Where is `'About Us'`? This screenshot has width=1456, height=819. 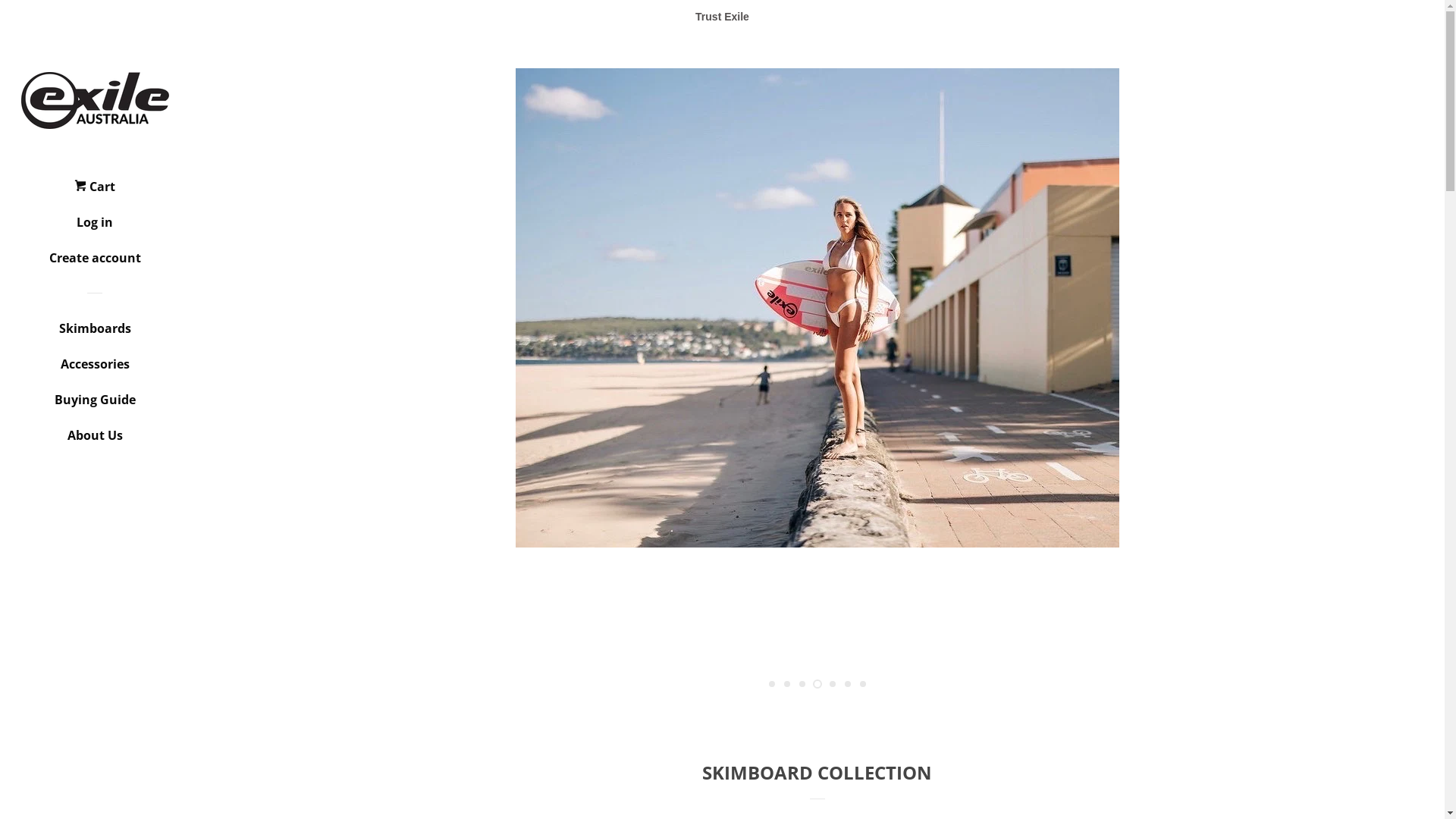 'About Us' is located at coordinates (93, 441).